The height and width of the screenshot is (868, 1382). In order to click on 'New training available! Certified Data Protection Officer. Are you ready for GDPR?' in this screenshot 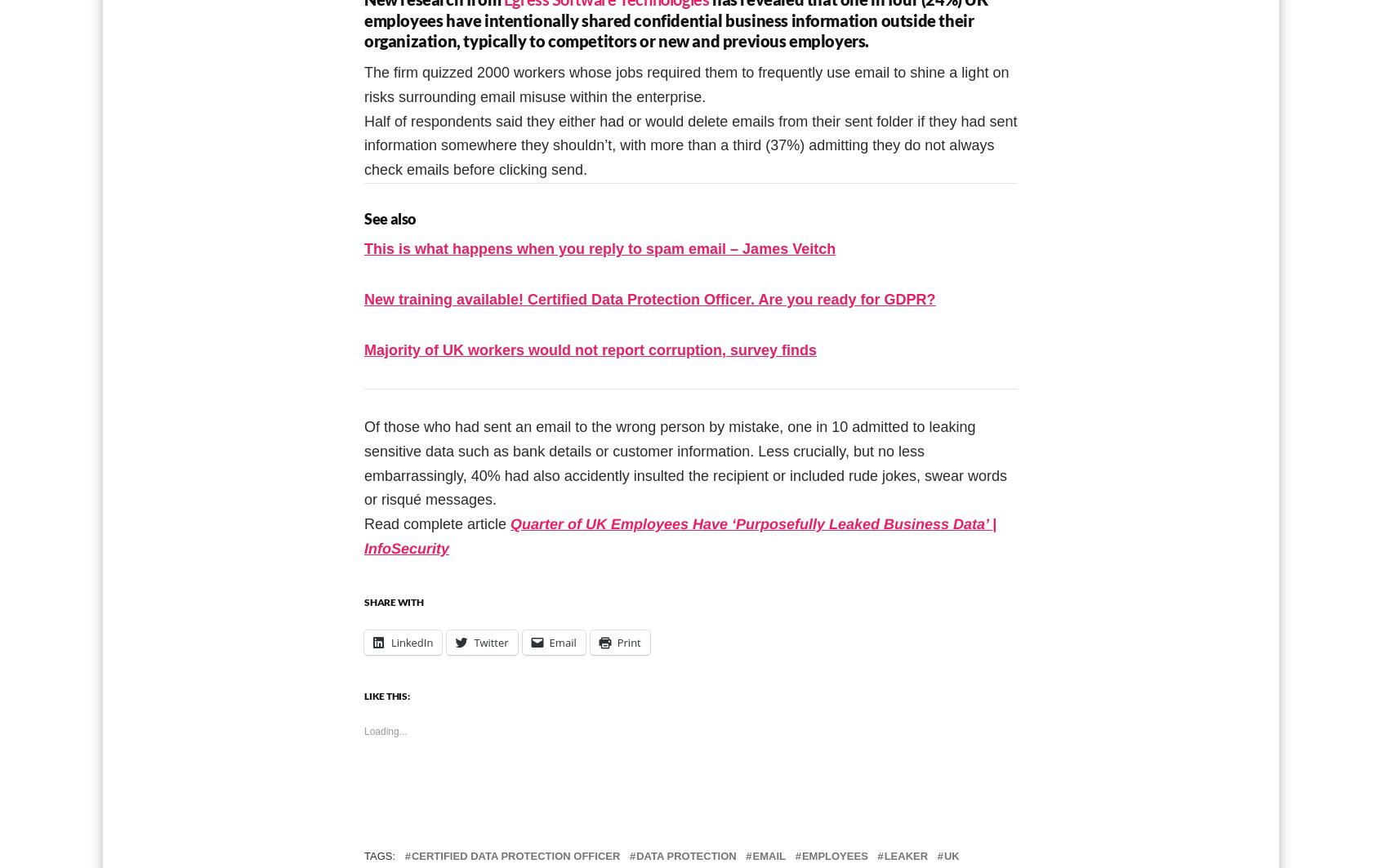, I will do `click(649, 298)`.